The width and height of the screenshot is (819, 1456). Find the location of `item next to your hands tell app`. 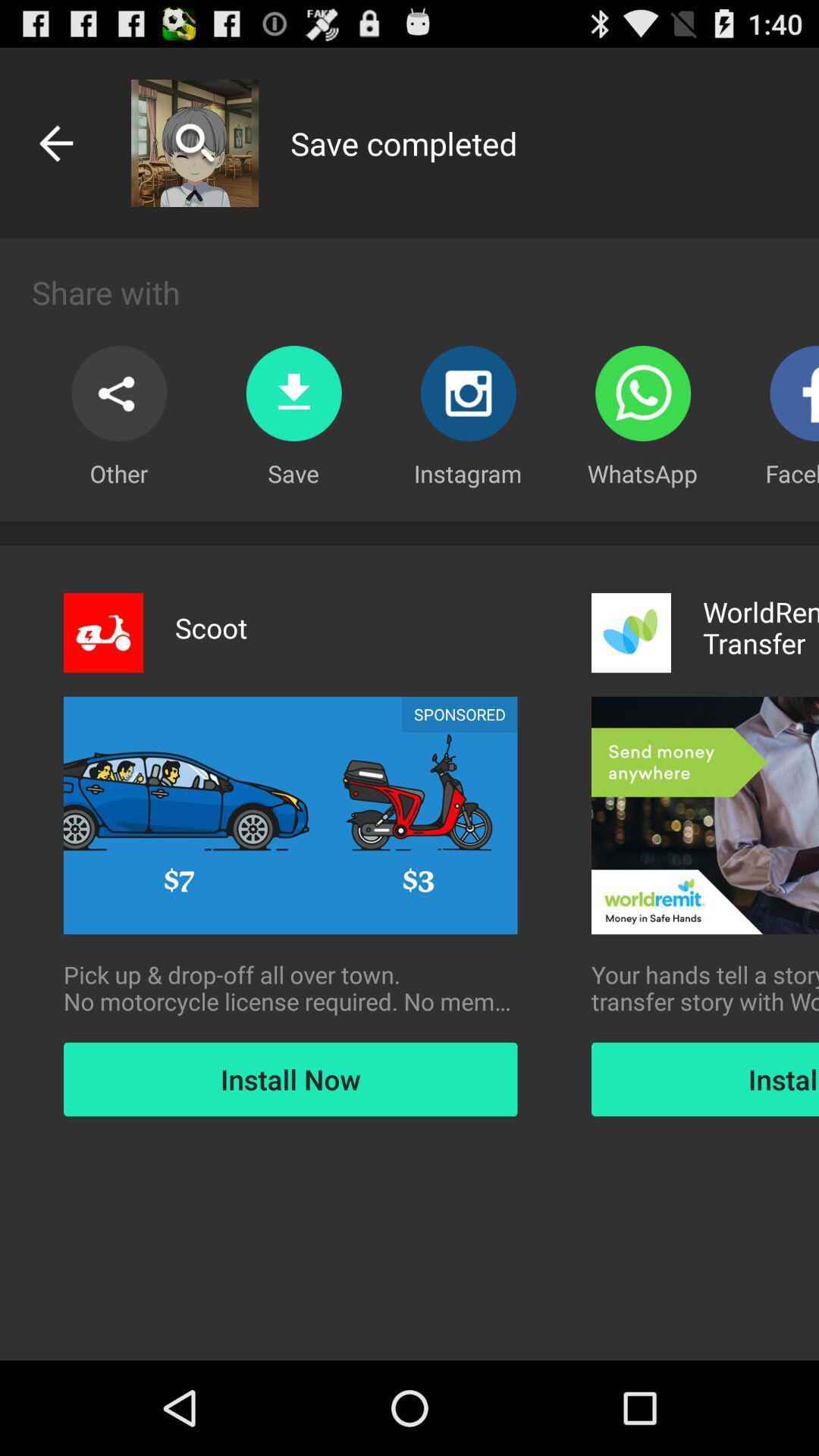

item next to your hands tell app is located at coordinates (290, 988).